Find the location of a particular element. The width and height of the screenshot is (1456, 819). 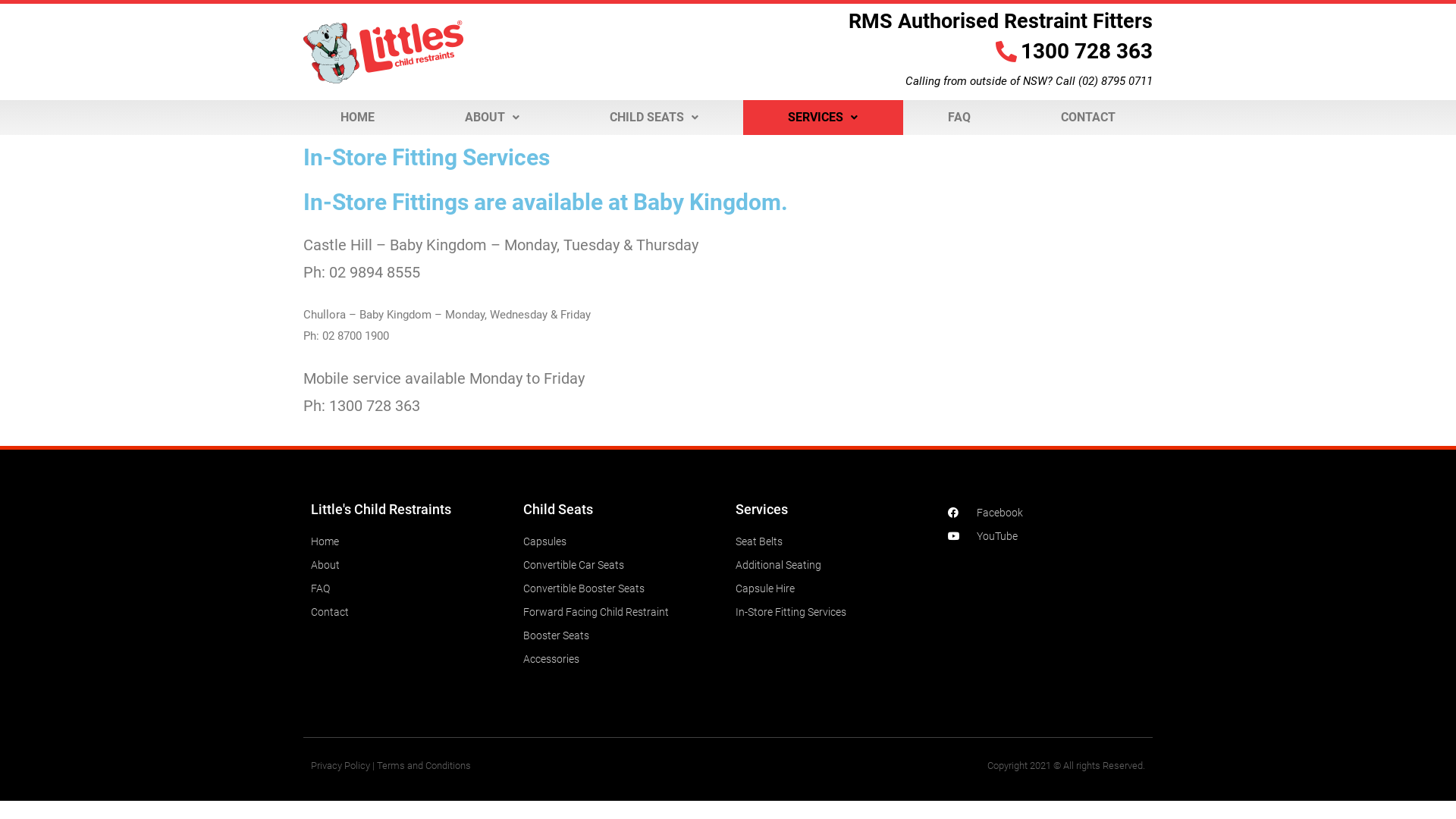

'Capsule Hire' is located at coordinates (735, 587).